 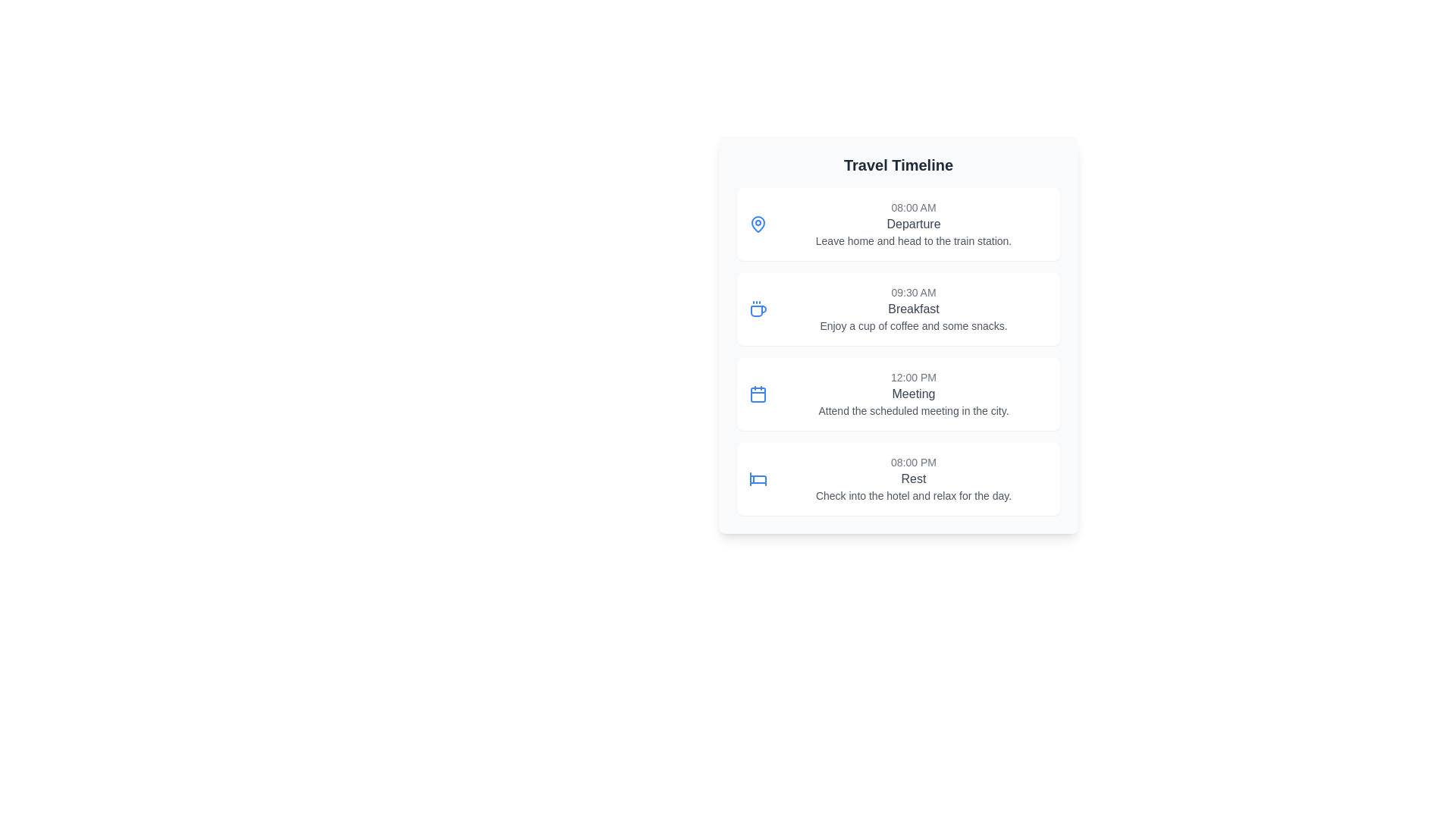 I want to click on the small, blue coffee cup icon with steam lines, located at the far left of the '09:30 AM Breakfast' timeline card, so click(x=758, y=309).